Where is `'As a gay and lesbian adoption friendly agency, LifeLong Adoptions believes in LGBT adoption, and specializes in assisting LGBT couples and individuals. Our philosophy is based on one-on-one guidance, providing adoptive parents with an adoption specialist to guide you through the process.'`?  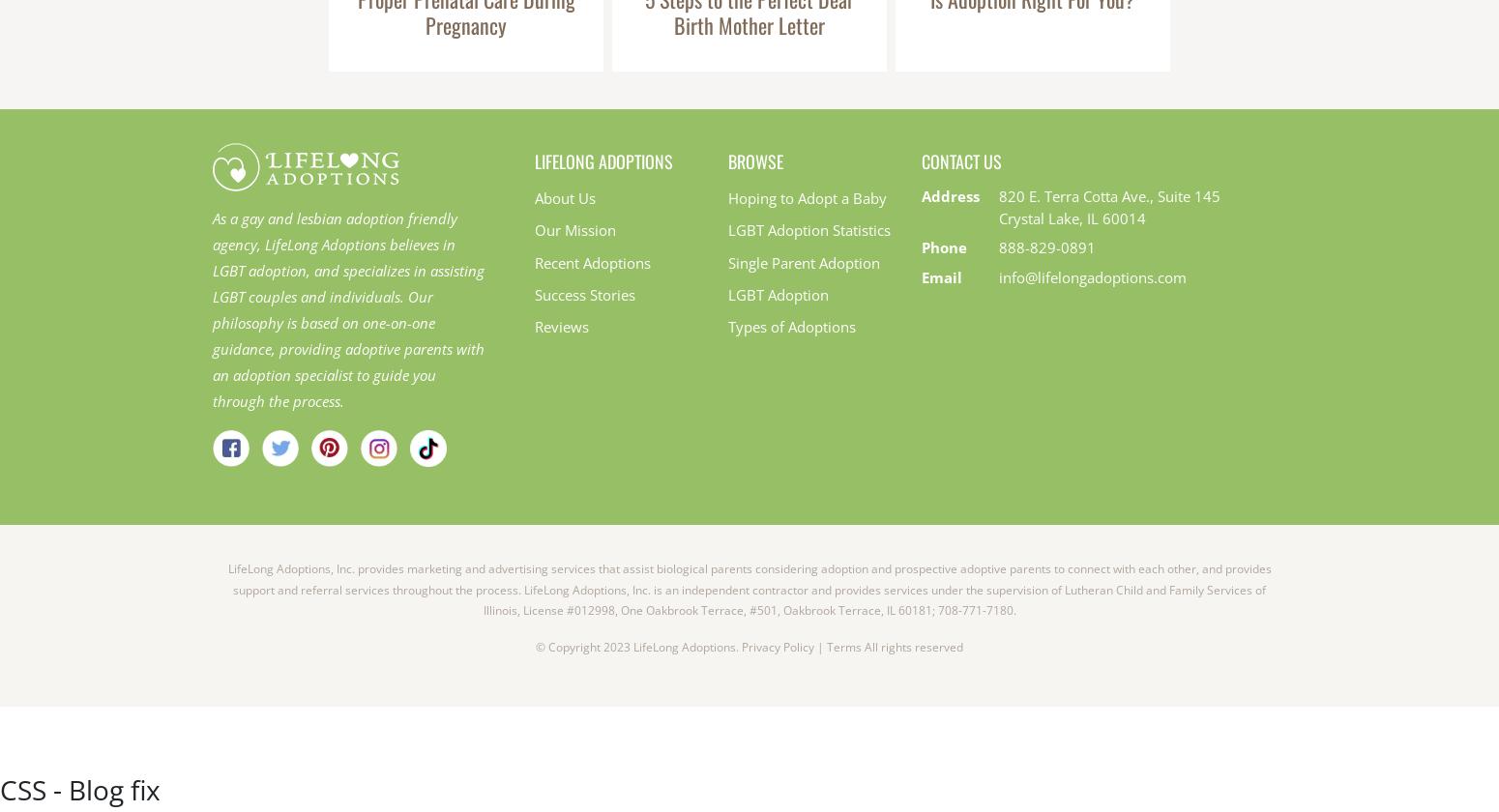
'As a gay and lesbian adoption friendly agency, LifeLong Adoptions believes in LGBT adoption, and specializes in assisting LGBT couples and individuals. Our philosophy is based on one-on-one guidance, providing adoptive parents with an adoption specialist to guide you through the process.' is located at coordinates (347, 308).